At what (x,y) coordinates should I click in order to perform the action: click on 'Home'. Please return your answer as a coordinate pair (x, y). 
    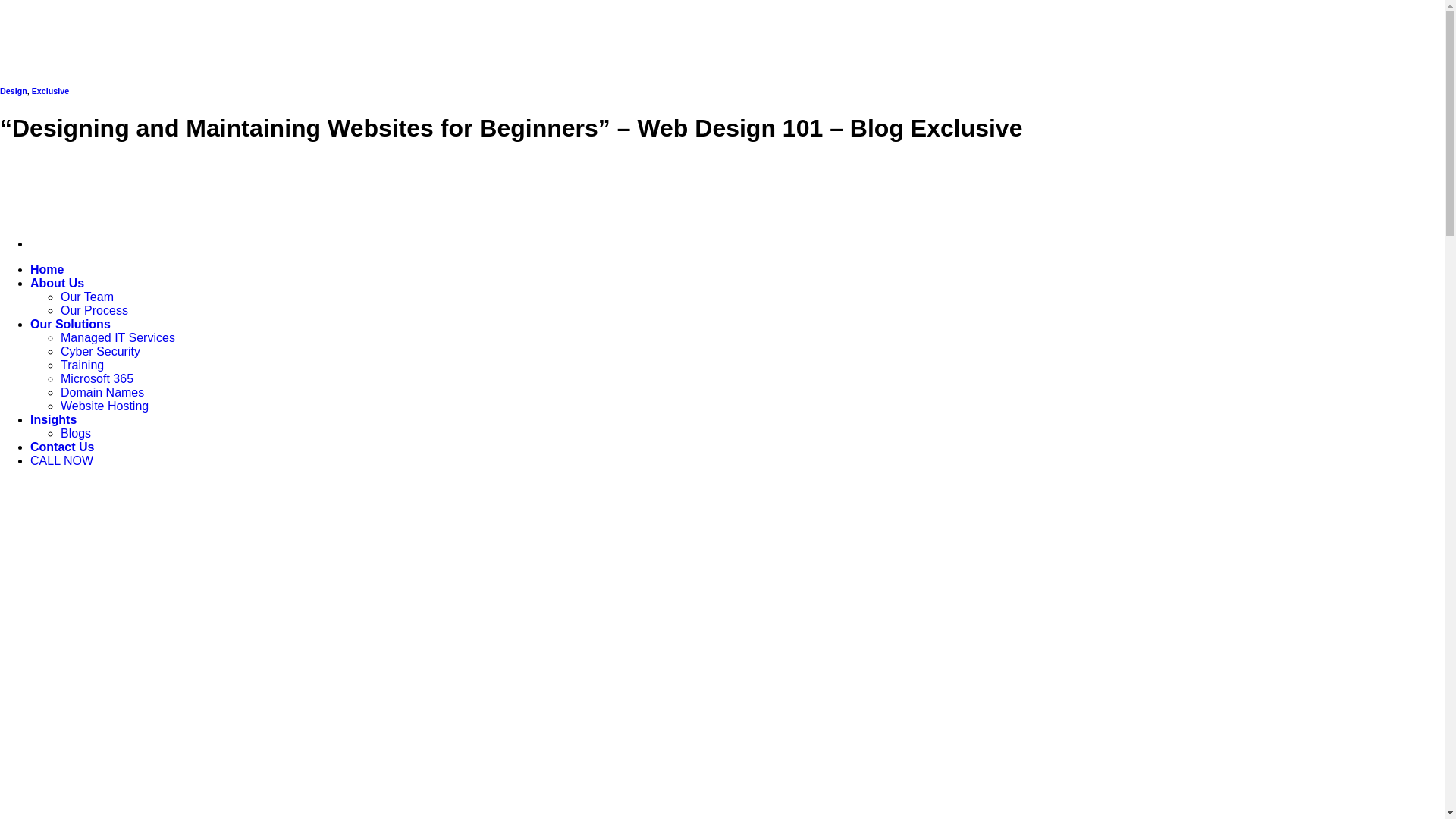
    Looking at the image, I should click on (30, 268).